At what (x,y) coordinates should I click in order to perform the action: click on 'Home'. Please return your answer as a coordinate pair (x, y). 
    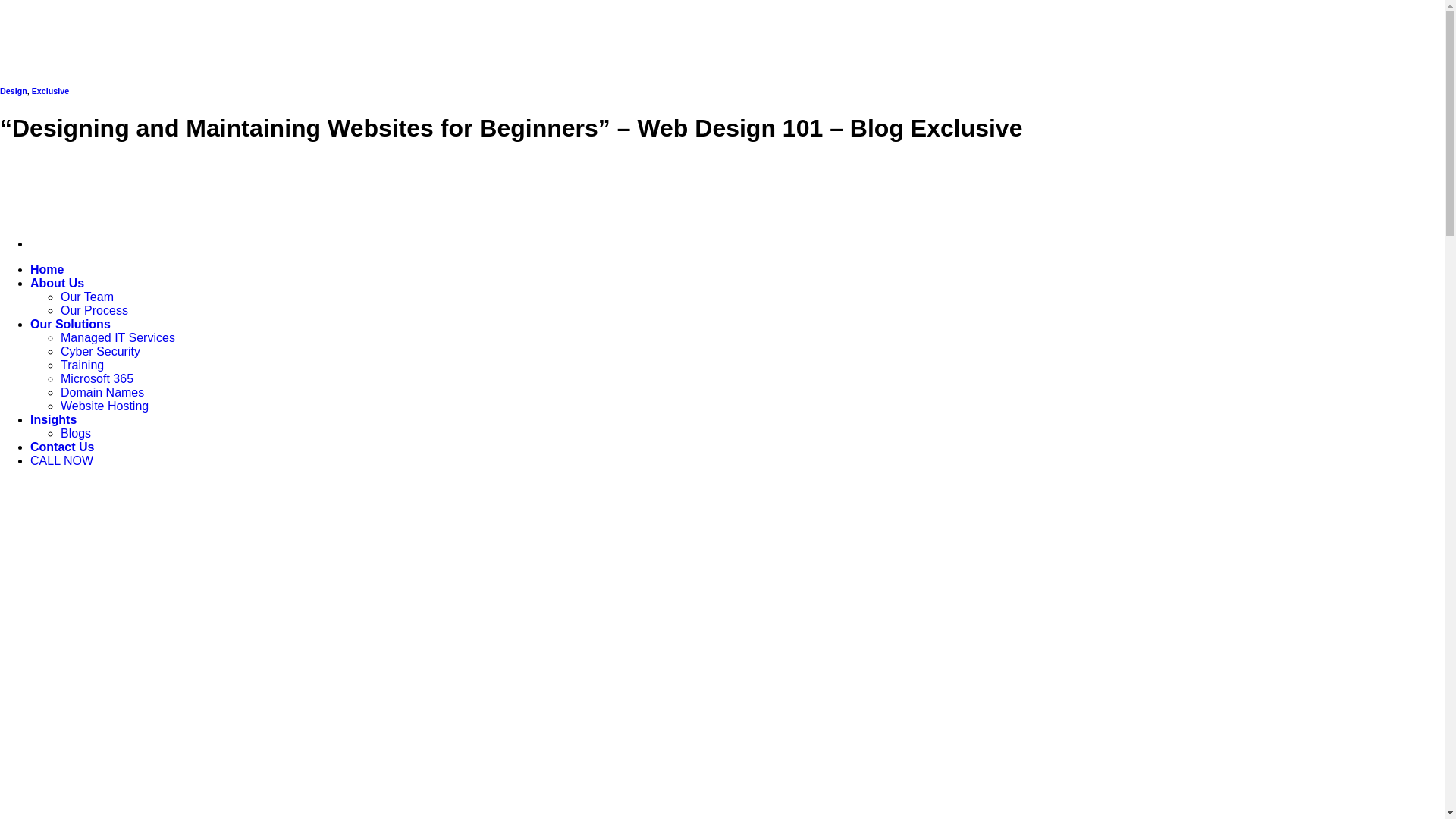
    Looking at the image, I should click on (30, 268).